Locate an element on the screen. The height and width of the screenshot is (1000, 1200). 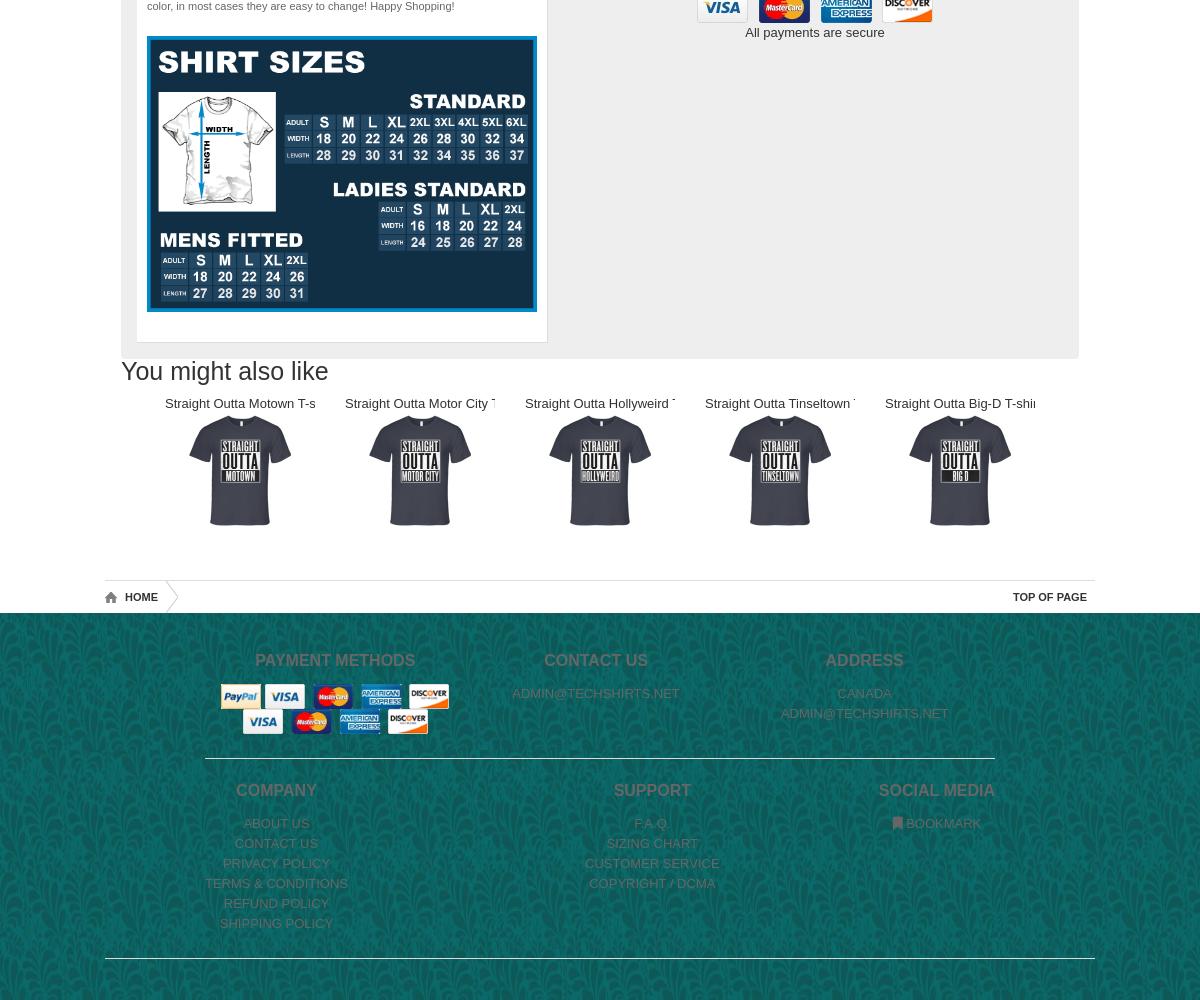
'Company' is located at coordinates (275, 790).